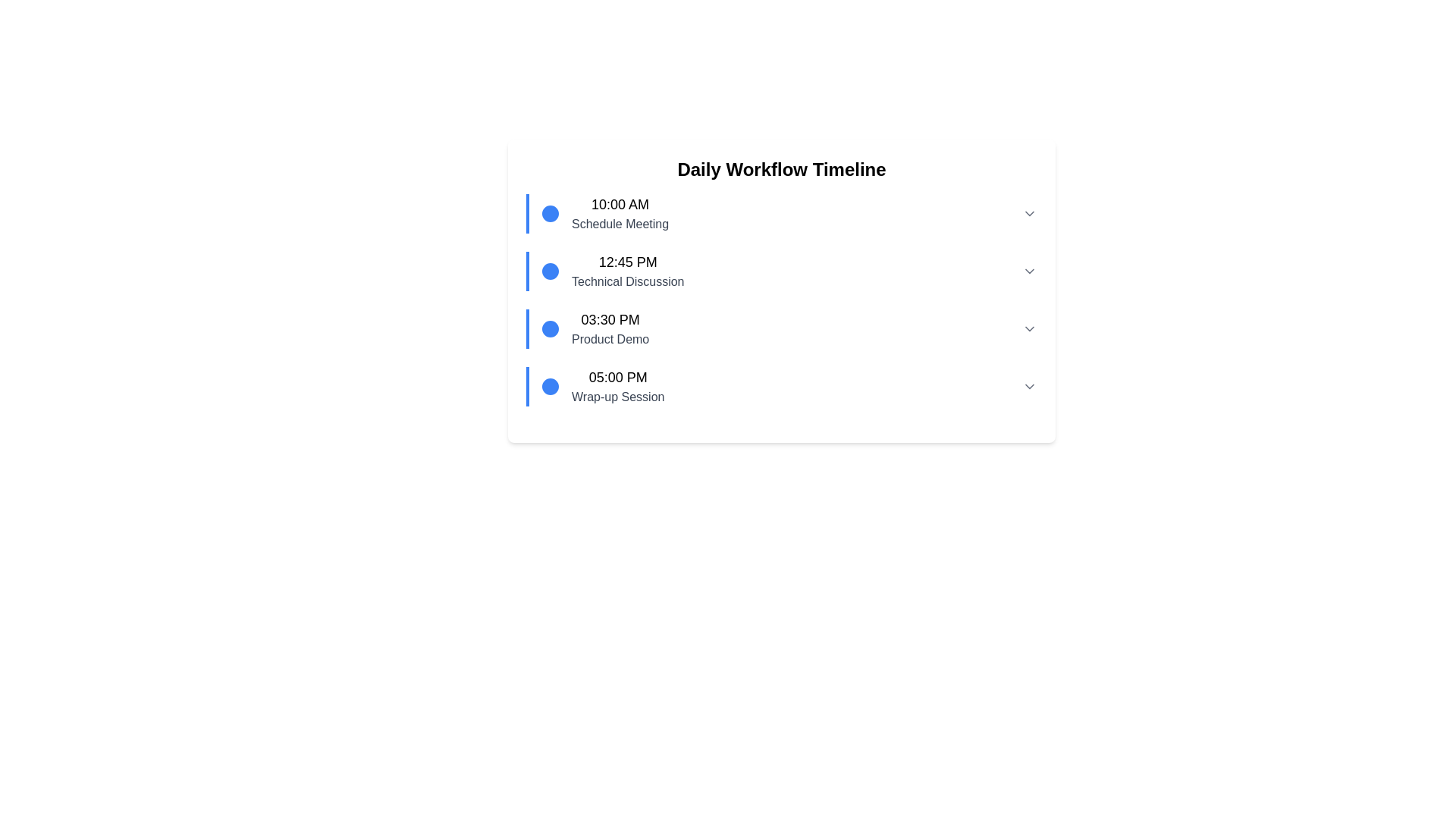  Describe the element at coordinates (549, 385) in the screenshot. I see `the SVG Circle marker that indicates the 'Wrap-up Session' at '05:00 PM' in the timeline` at that location.